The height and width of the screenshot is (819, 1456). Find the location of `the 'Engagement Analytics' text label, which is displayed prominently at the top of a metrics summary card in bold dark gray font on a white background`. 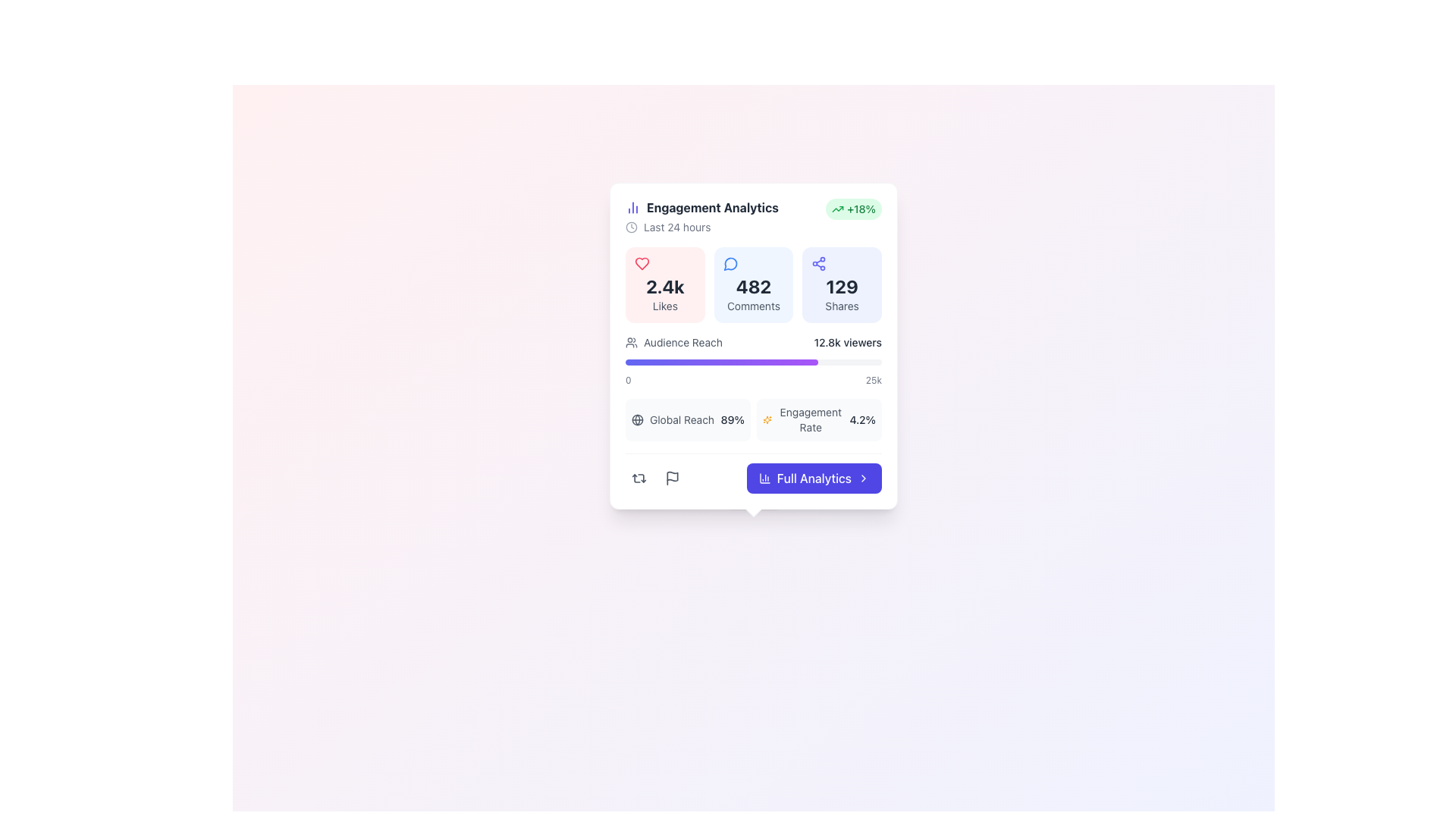

the 'Engagement Analytics' text label, which is displayed prominently at the top of a metrics summary card in bold dark gray font on a white background is located at coordinates (712, 207).